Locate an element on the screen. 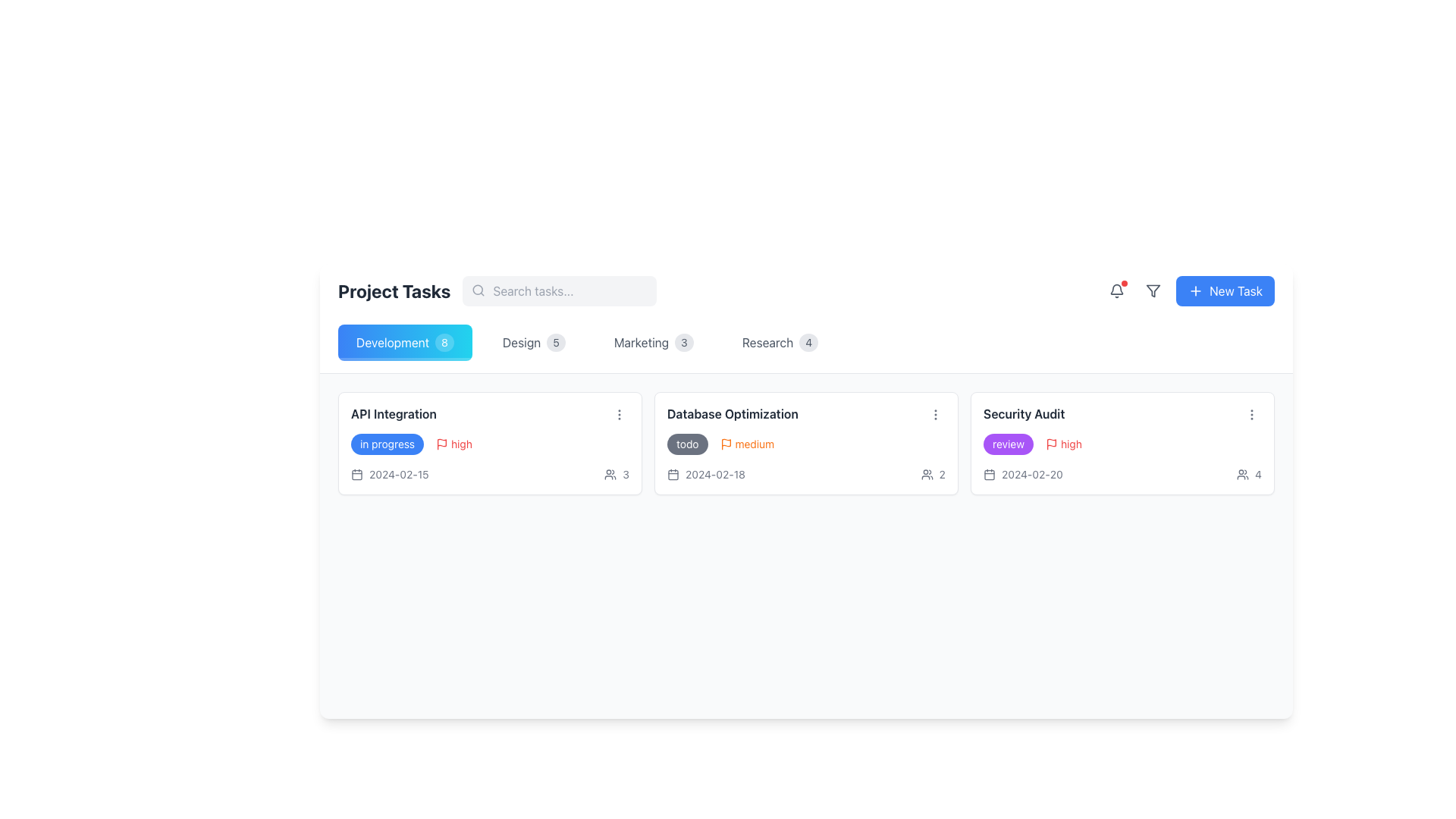  the 'medium' priority indicator text within the 'Database Optimization' task card is located at coordinates (755, 444).